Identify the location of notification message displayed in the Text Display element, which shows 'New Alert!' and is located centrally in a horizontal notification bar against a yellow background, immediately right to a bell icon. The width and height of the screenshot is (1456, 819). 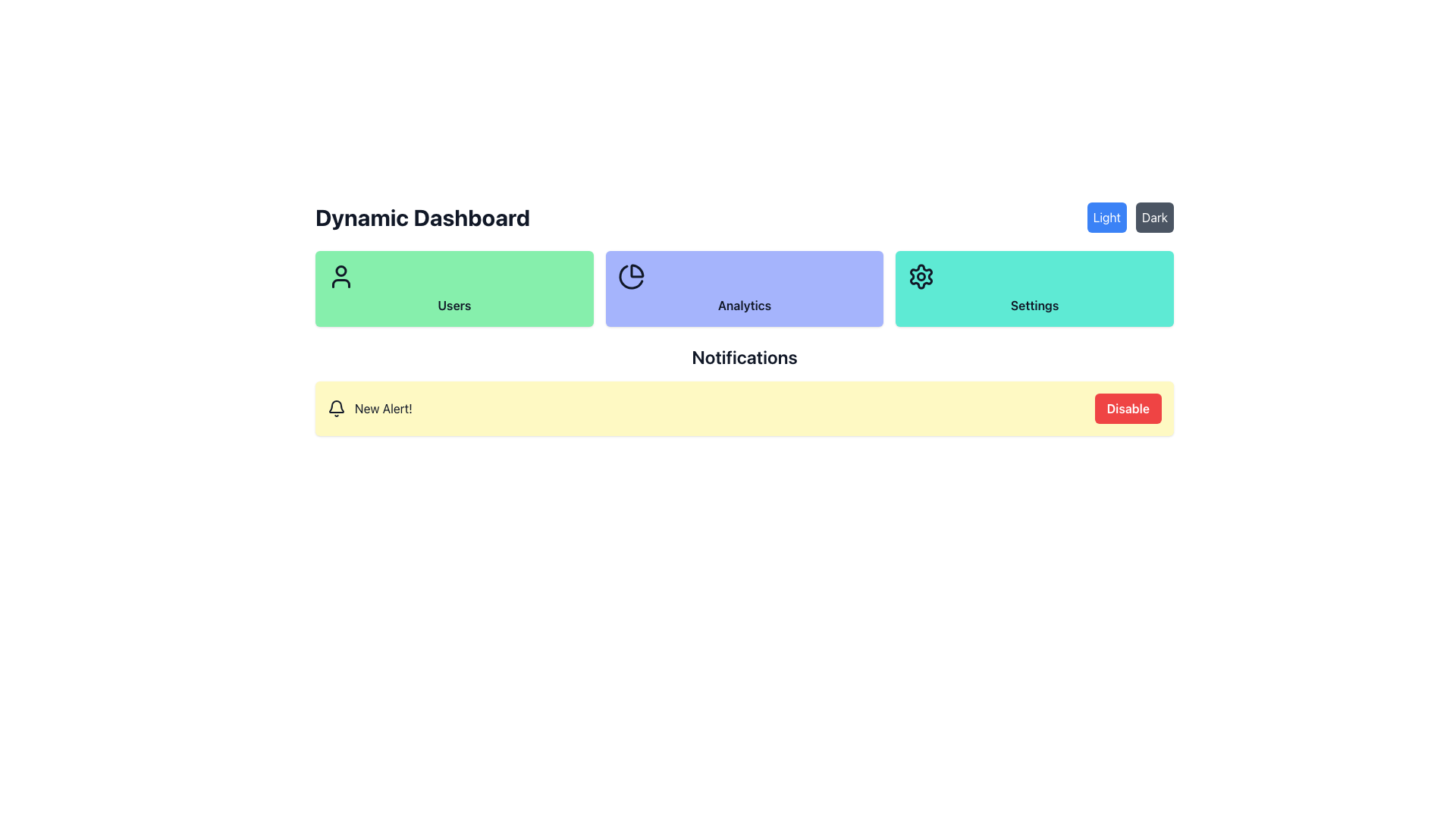
(383, 408).